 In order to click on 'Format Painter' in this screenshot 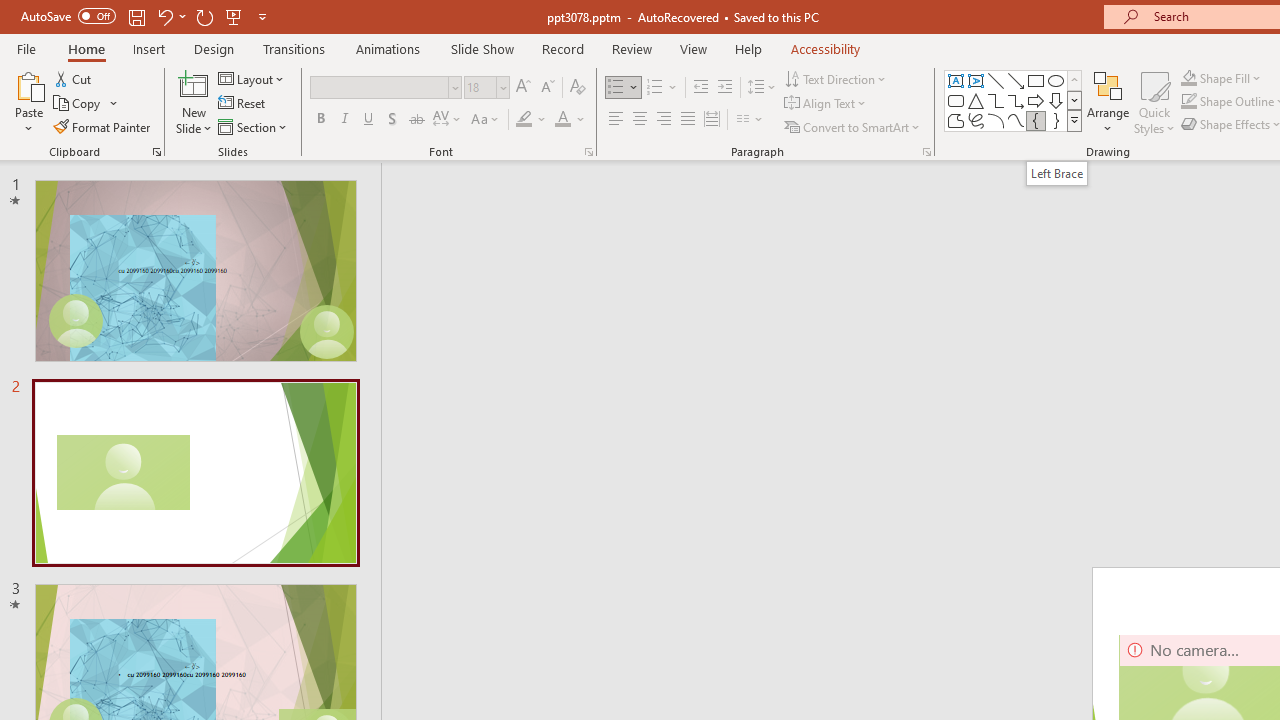, I will do `click(102, 127)`.